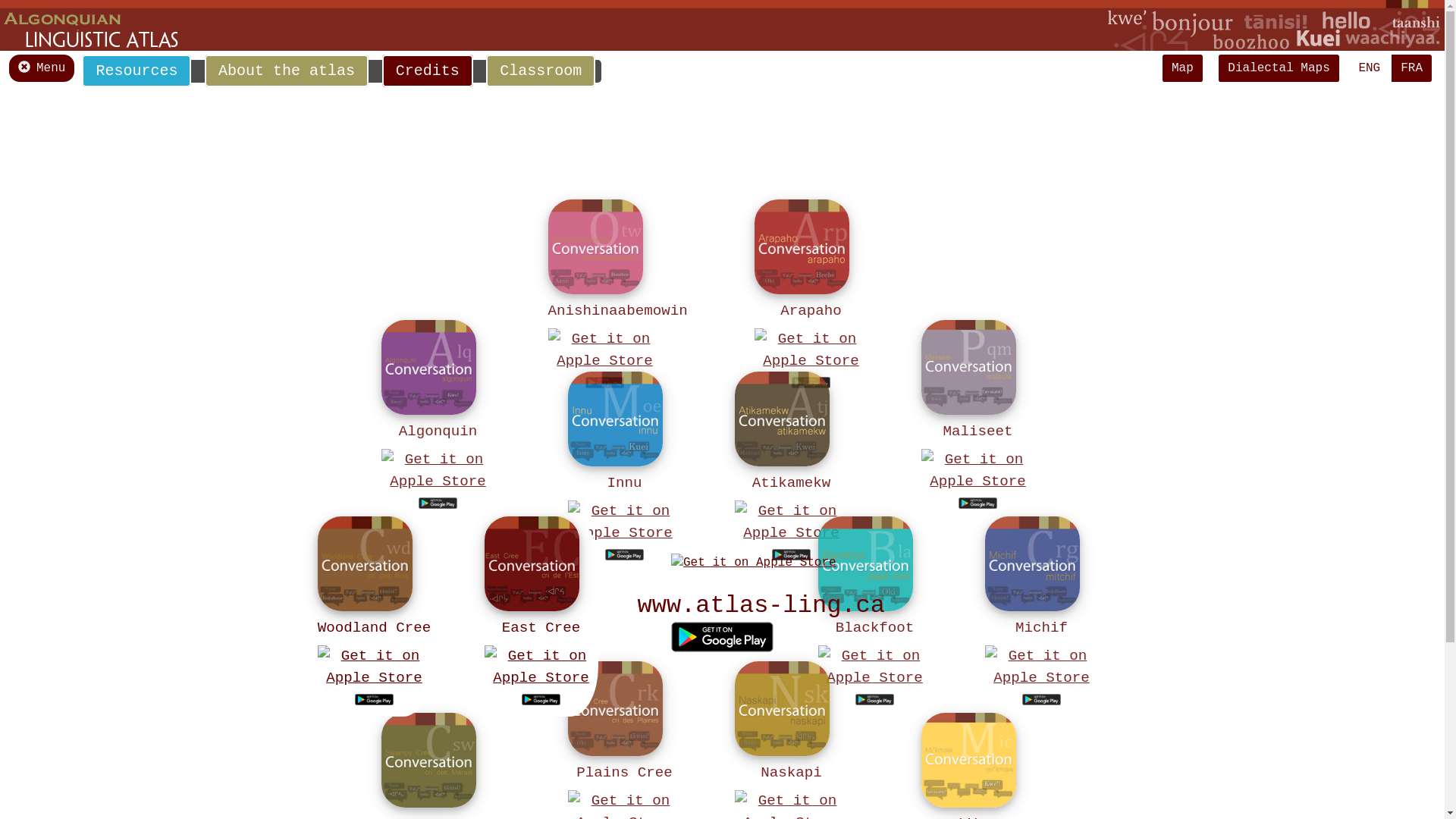 This screenshot has height=819, width=1456. What do you see at coordinates (1181, 67) in the screenshot?
I see `'Map'` at bounding box center [1181, 67].